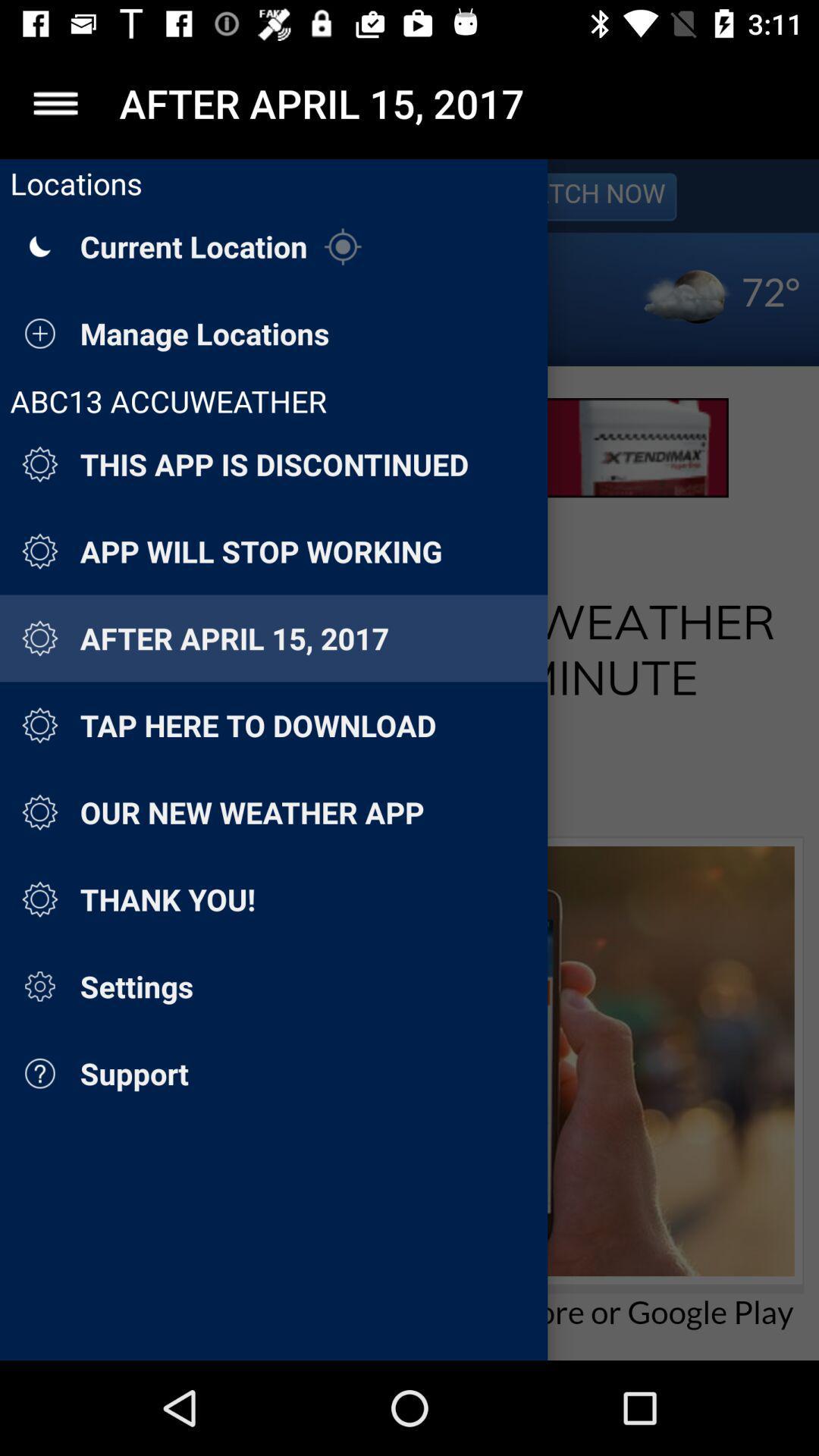 The image size is (819, 1456). Describe the element at coordinates (55, 102) in the screenshot. I see `the option` at that location.